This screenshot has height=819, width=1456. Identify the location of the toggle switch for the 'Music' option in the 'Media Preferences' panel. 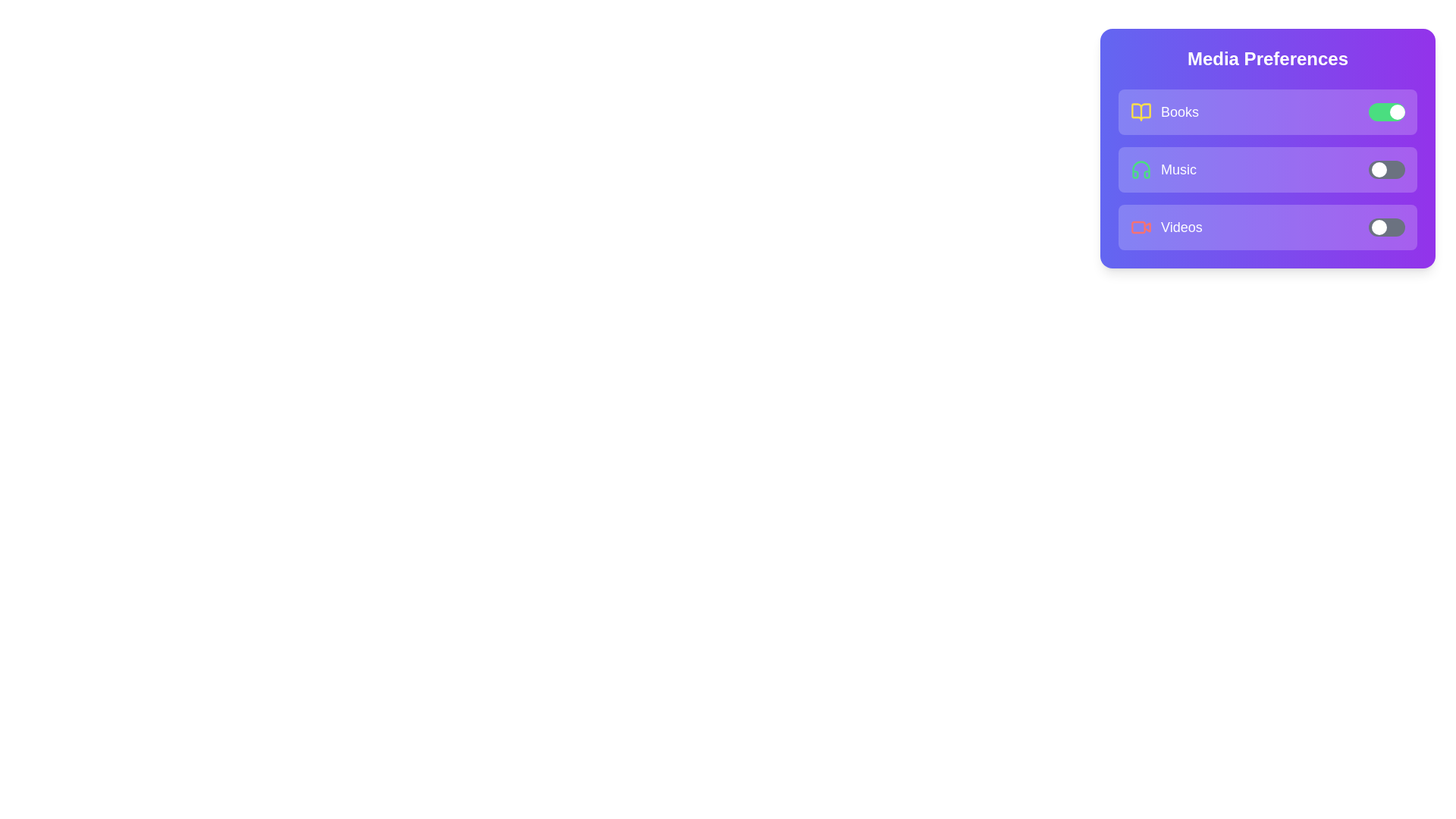
(1386, 169).